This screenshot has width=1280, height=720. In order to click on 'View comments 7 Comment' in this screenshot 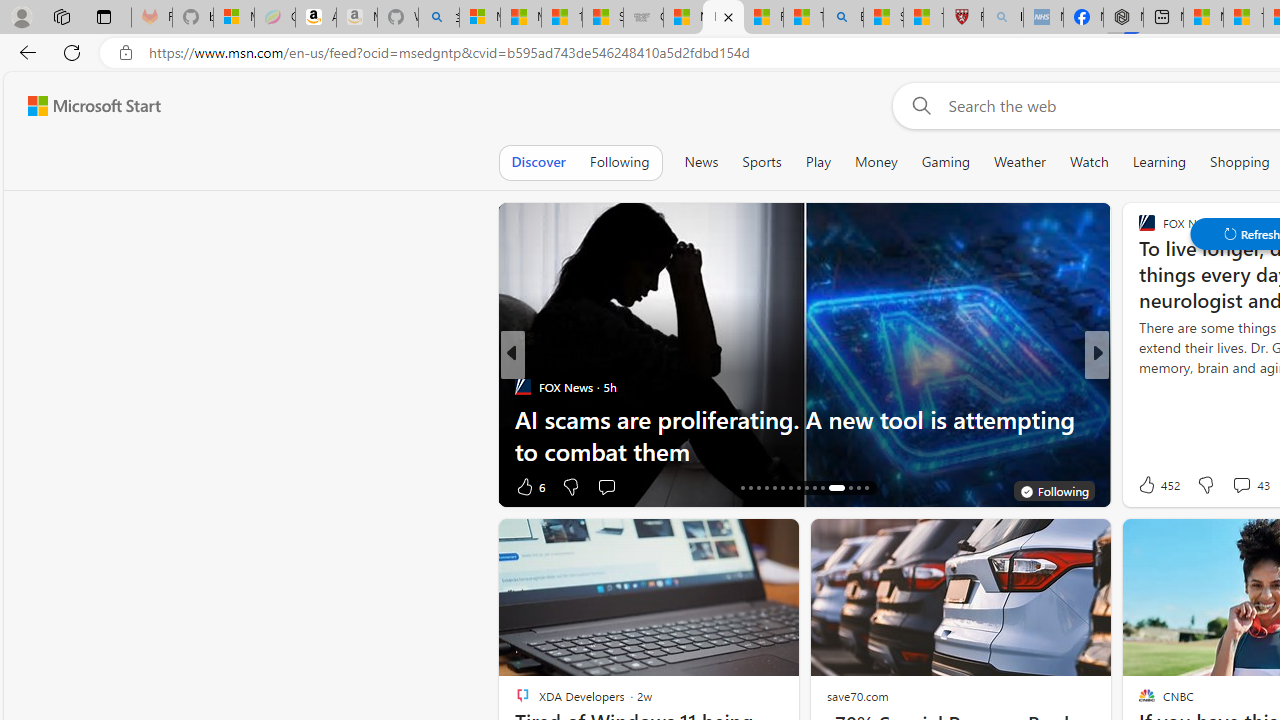, I will do `click(1234, 486)`.